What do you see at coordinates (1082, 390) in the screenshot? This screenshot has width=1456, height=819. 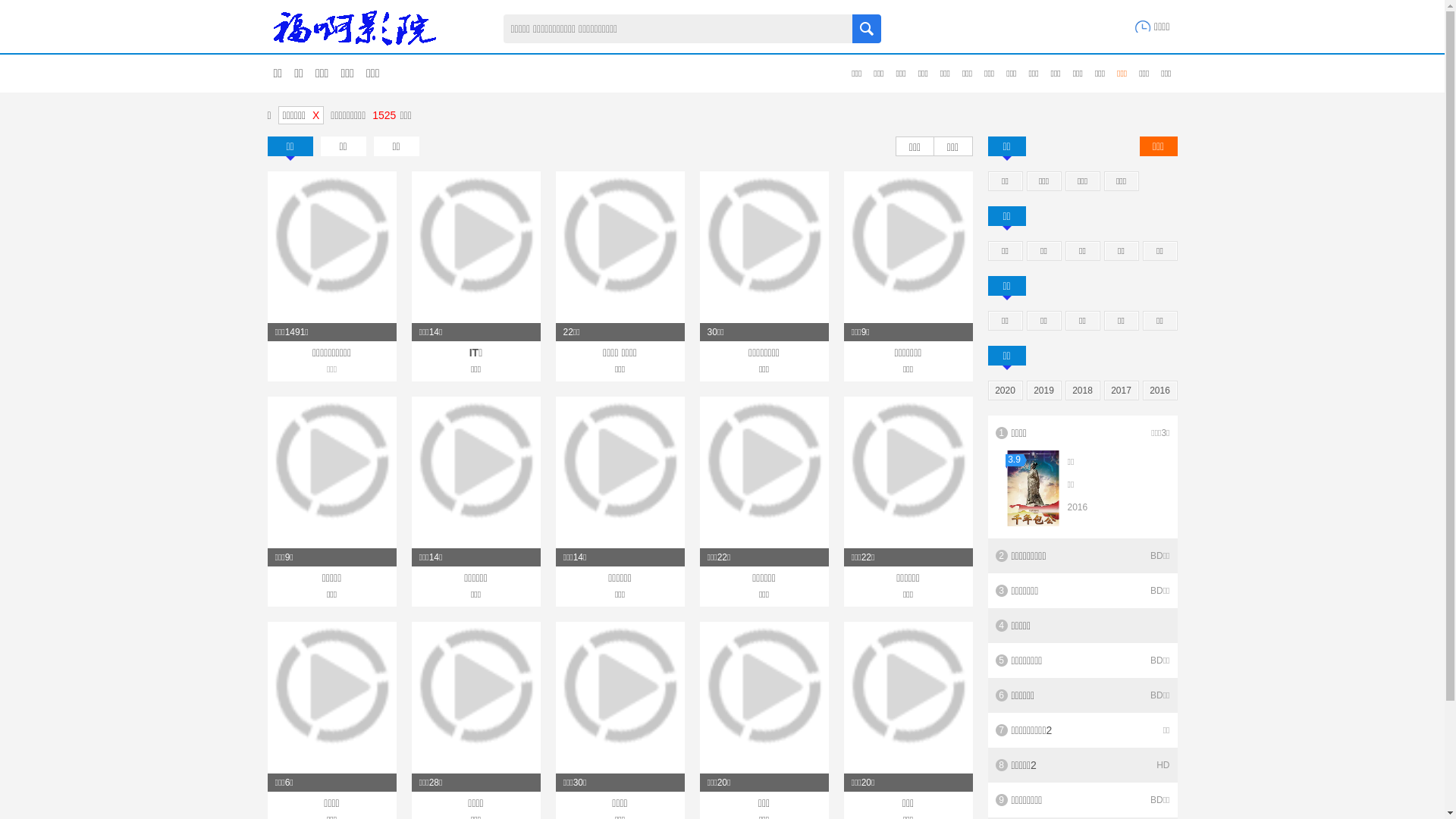 I see `'2018'` at bounding box center [1082, 390].